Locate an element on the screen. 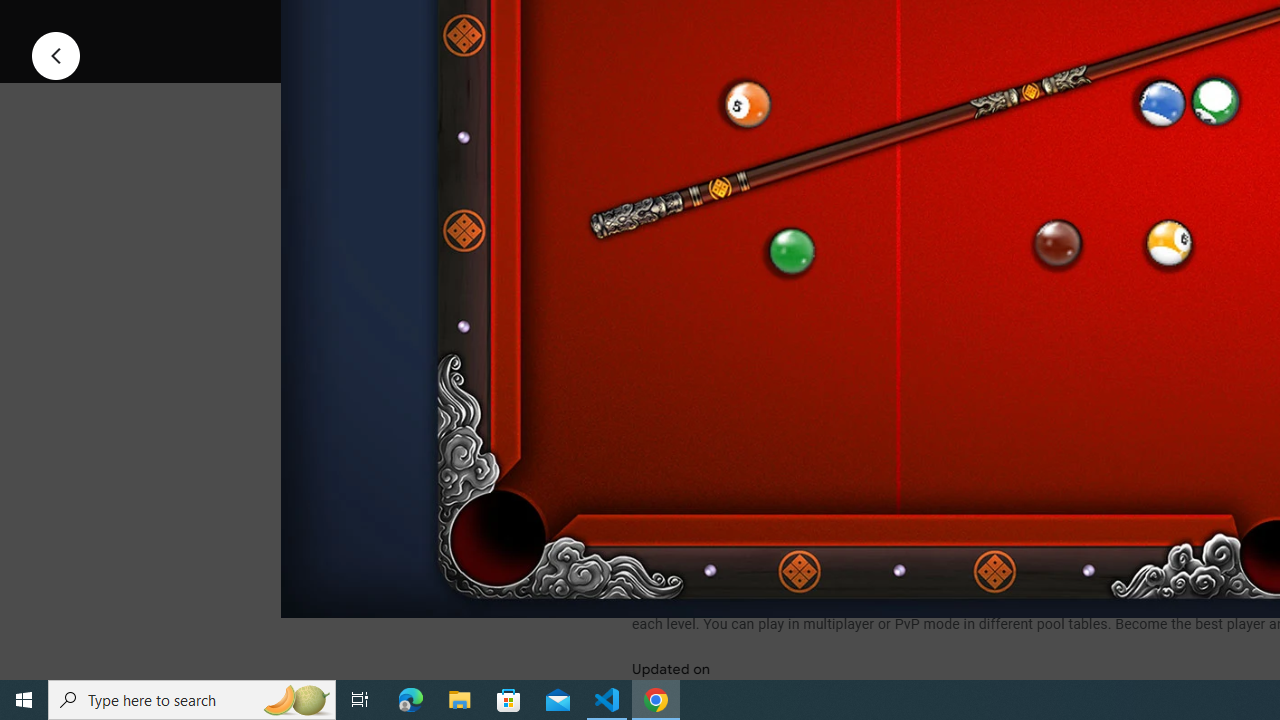 This screenshot has width=1280, height=720. 'Share' is located at coordinates (889, 24).